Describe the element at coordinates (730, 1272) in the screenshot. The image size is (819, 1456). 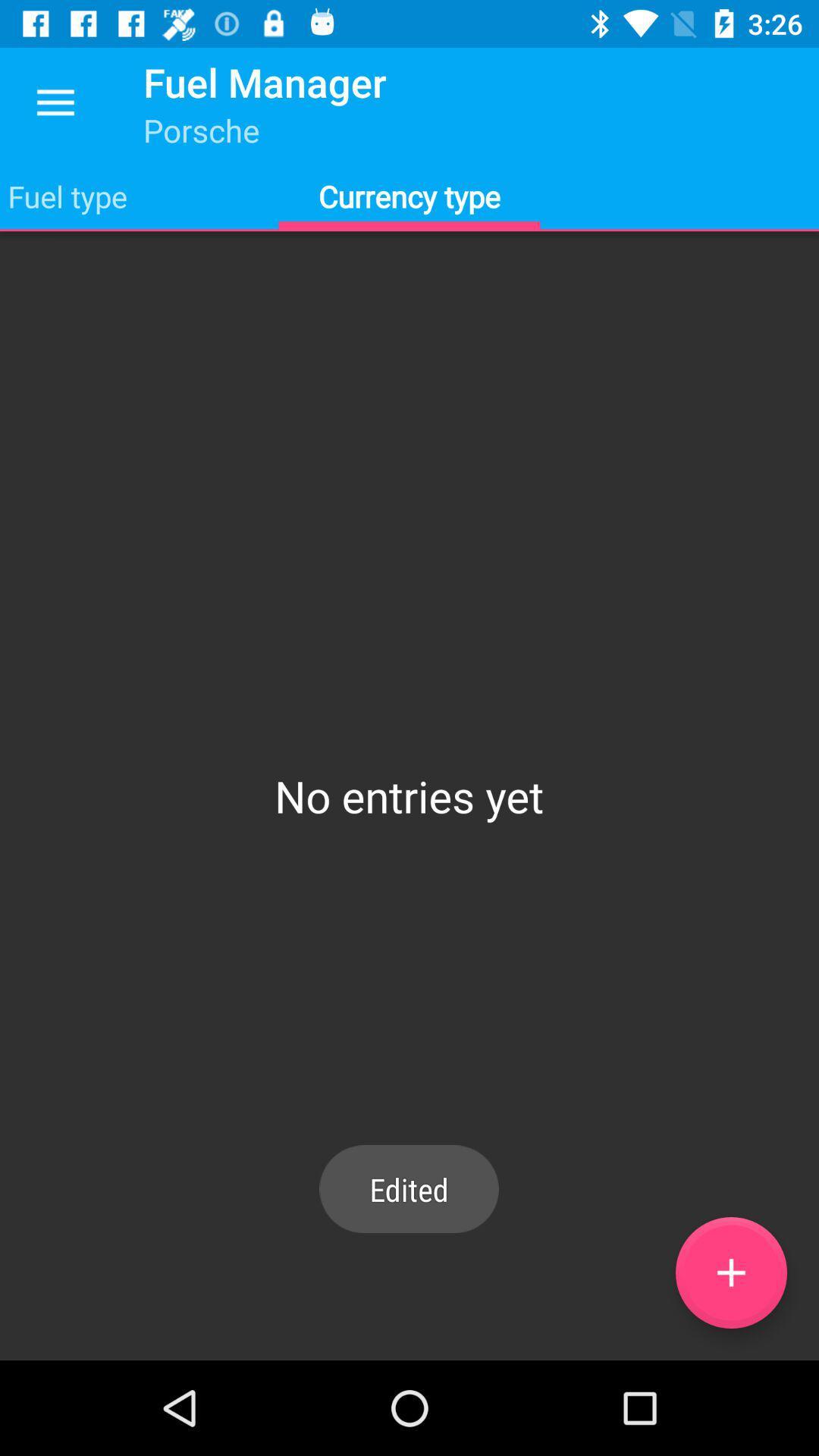
I see `entry` at that location.